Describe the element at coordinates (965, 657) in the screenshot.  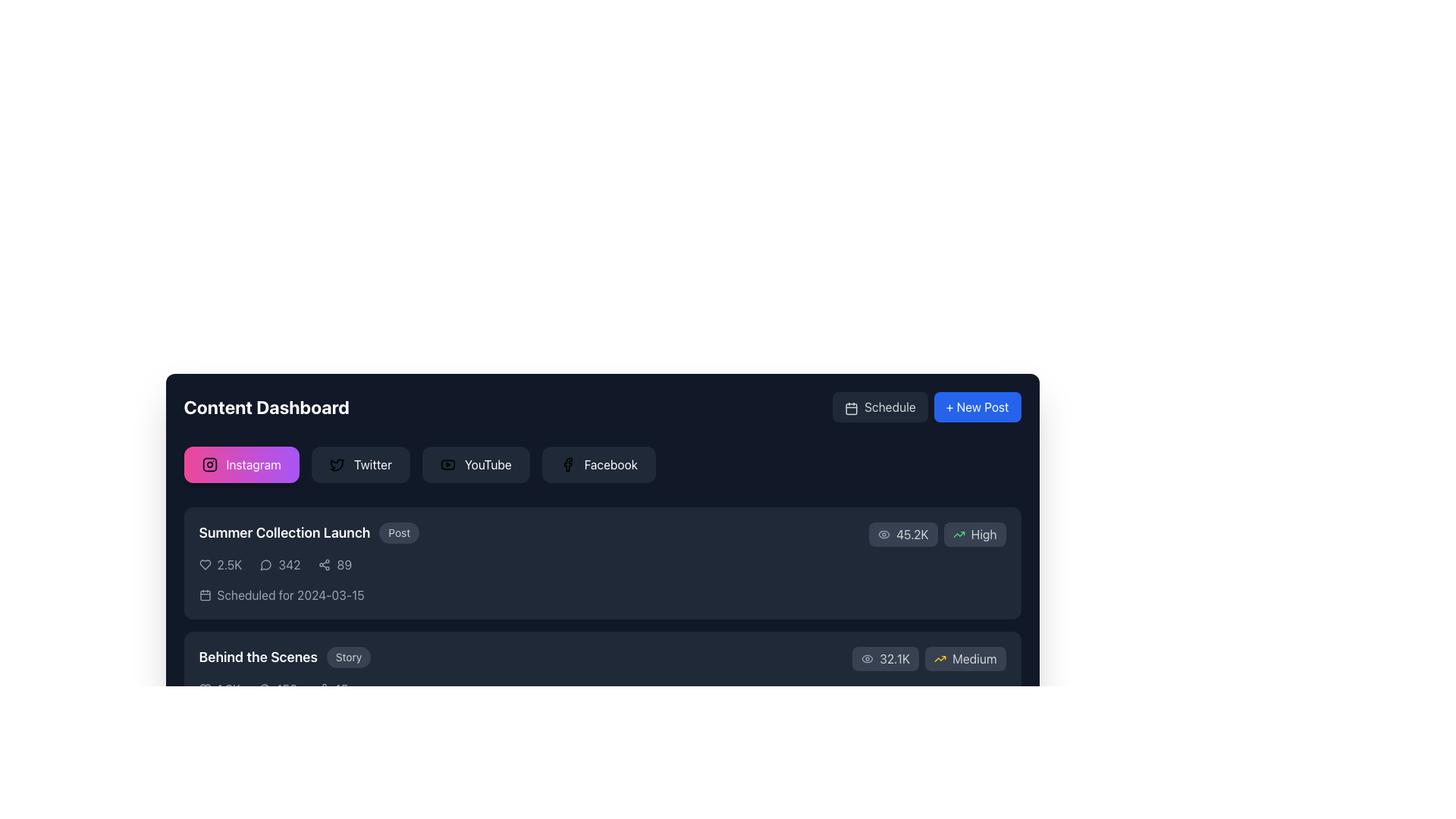
I see `label 'Medium' on the rectangular button with a dark gray background and yellow upward arrow icon, located at the bottom-right corner of the card-like structure` at that location.